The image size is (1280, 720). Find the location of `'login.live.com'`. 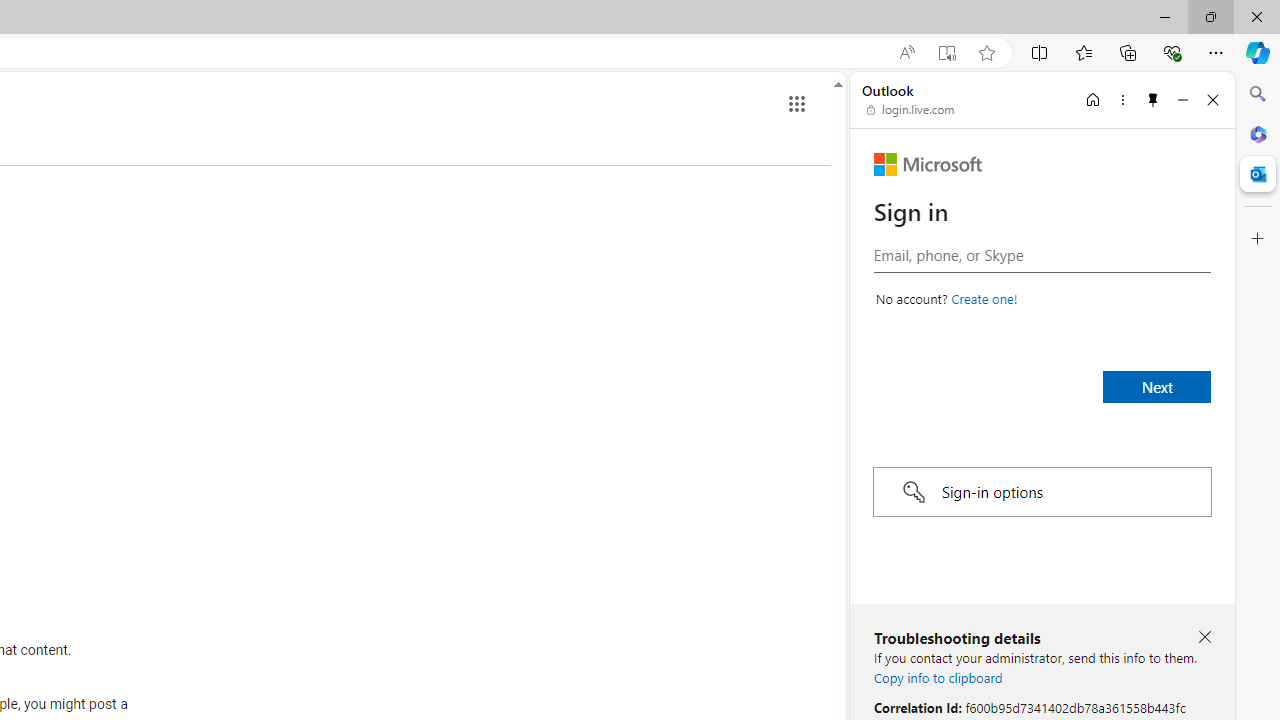

'login.live.com' is located at coordinates (910, 110).